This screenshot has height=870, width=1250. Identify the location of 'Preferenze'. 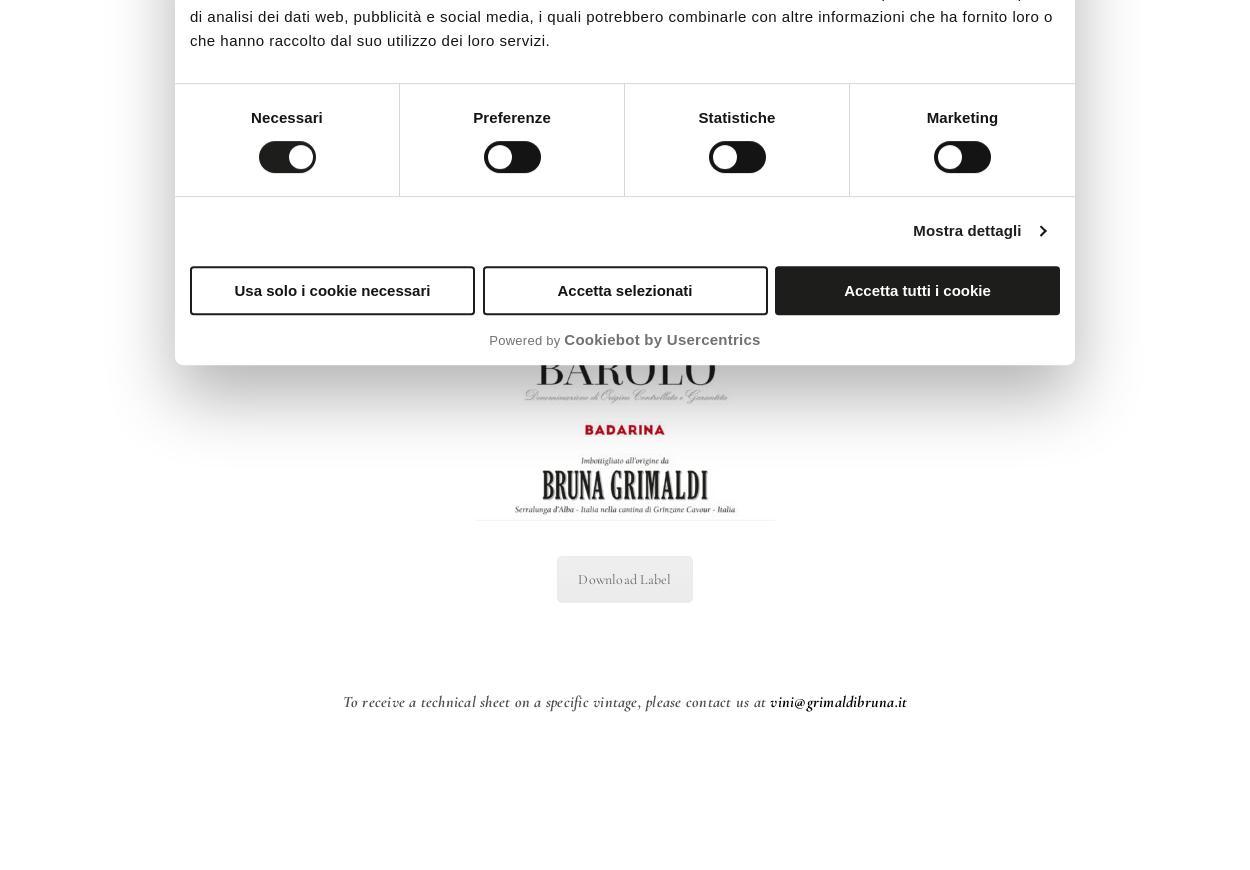
(511, 116).